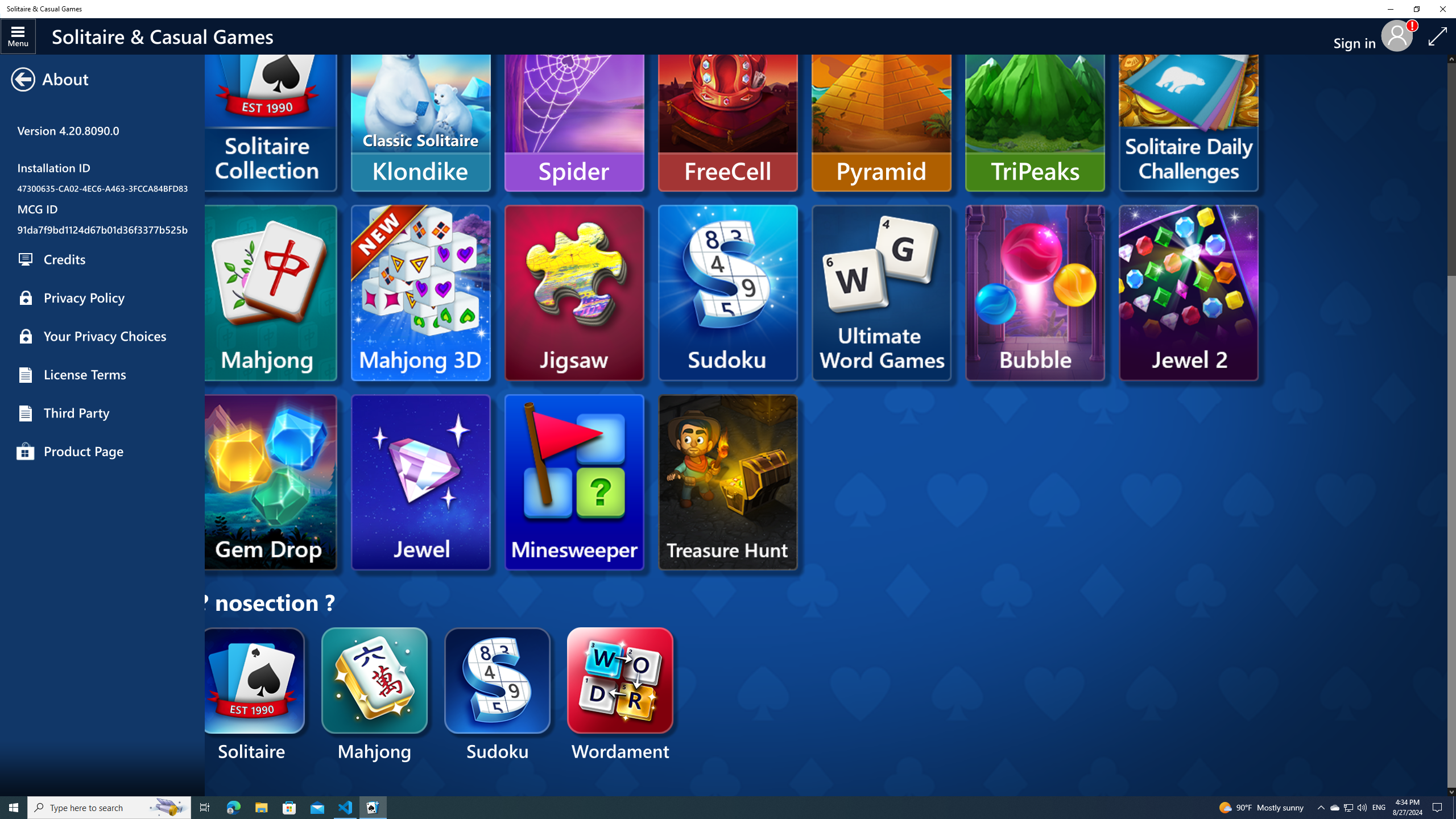 The image size is (1456, 819). Describe the element at coordinates (1035, 103) in the screenshot. I see `'TriPeaks'` at that location.